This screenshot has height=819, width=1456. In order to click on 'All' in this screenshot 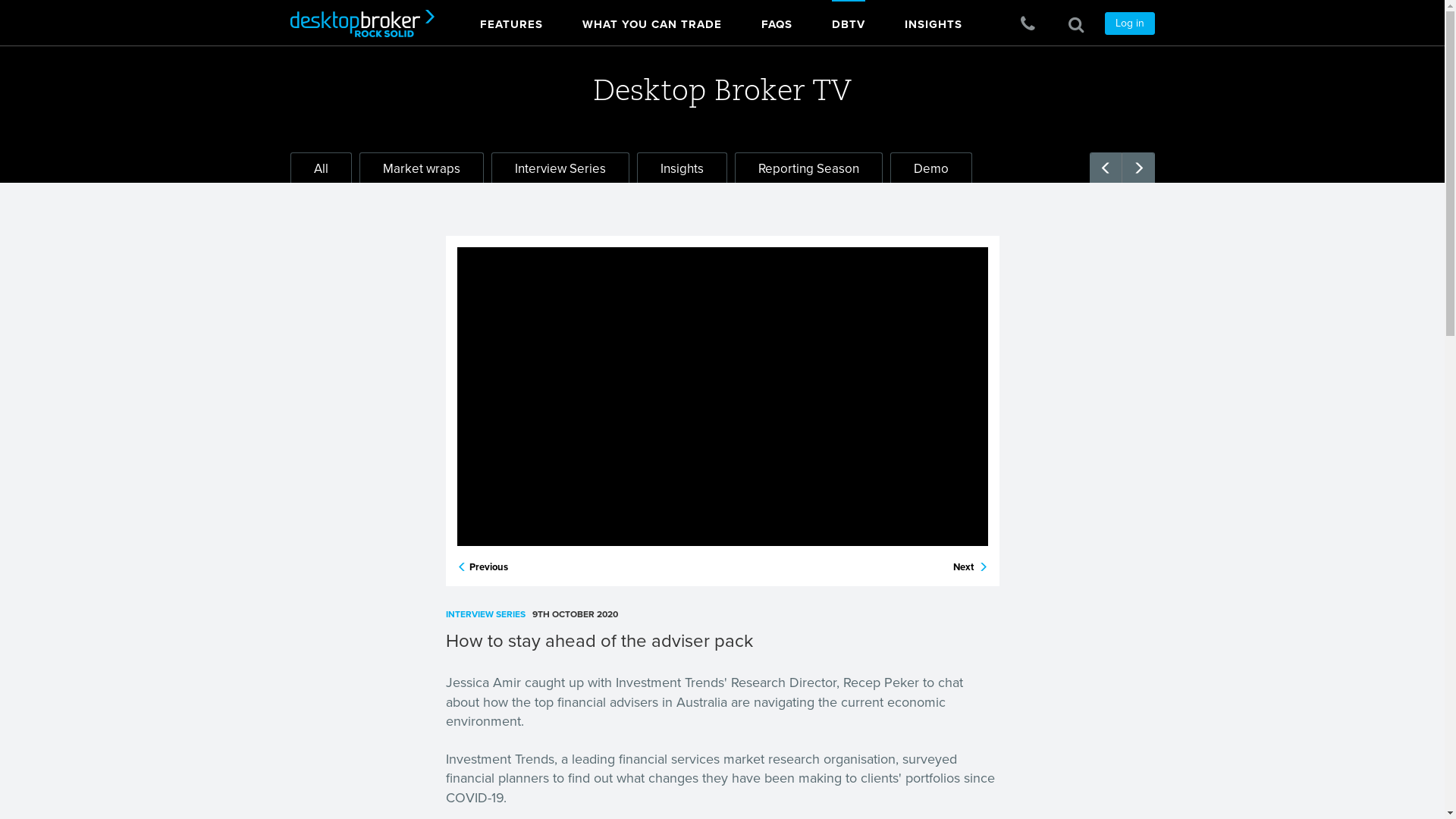, I will do `click(290, 167)`.